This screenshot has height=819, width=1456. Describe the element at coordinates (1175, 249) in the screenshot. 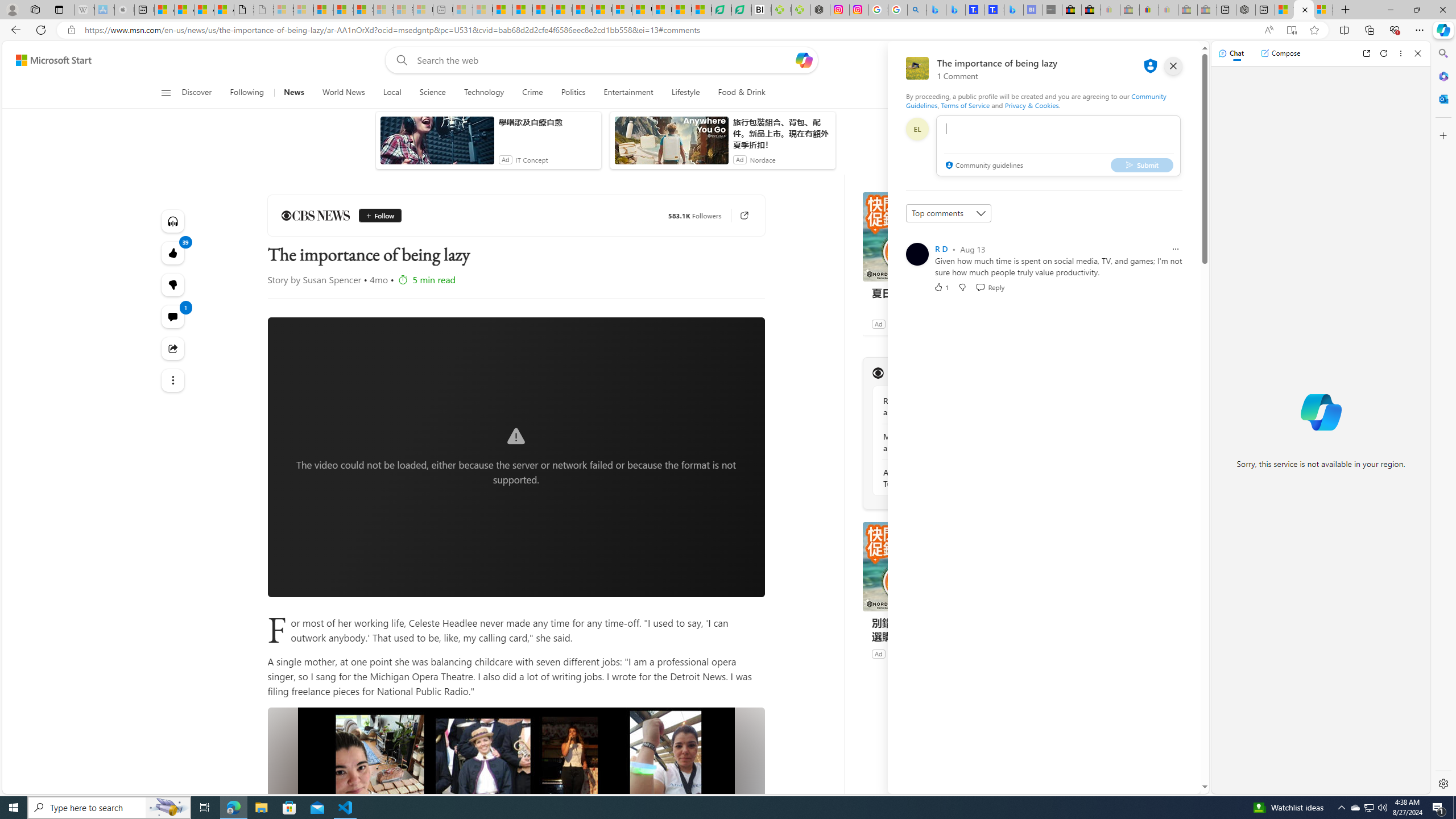

I see `'Report comment'` at that location.